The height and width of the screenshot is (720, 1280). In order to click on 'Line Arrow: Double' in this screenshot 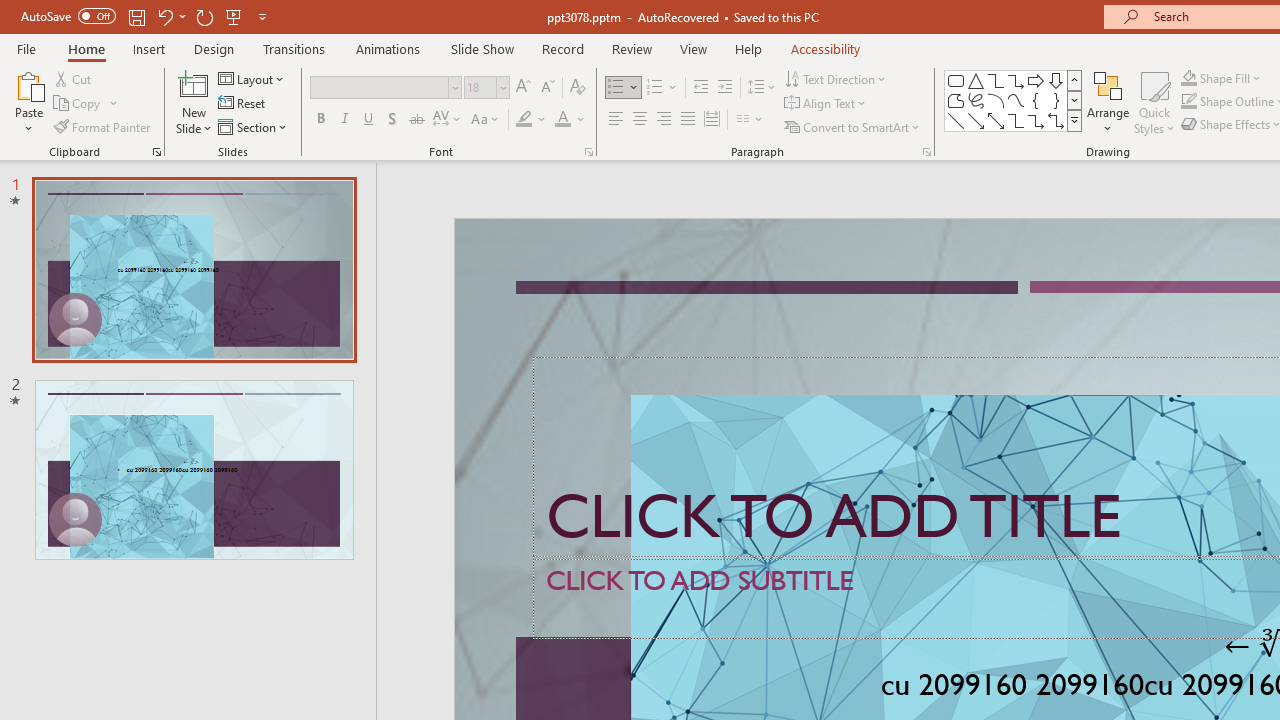, I will do `click(995, 120)`.